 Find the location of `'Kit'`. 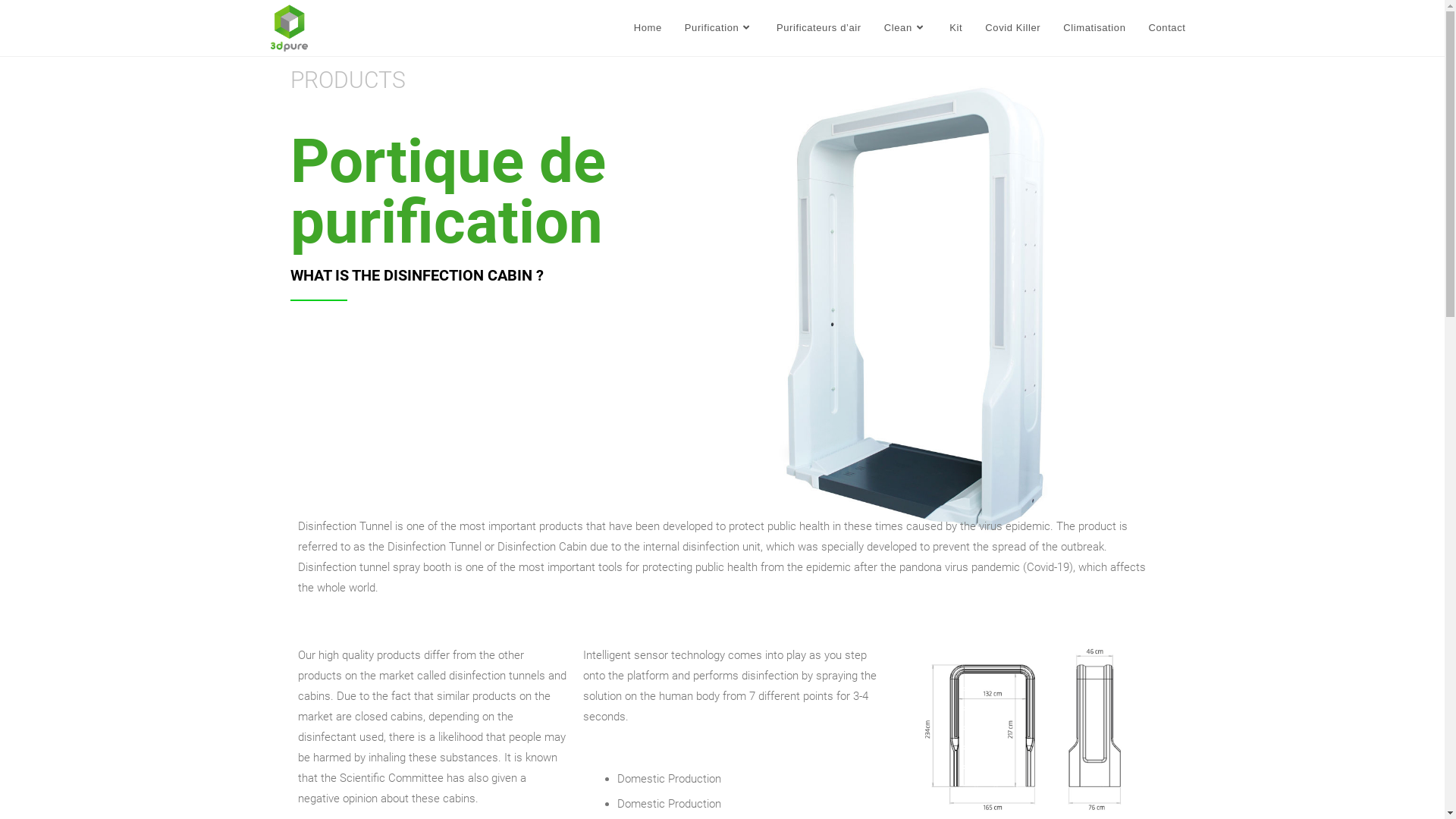

'Kit' is located at coordinates (955, 28).